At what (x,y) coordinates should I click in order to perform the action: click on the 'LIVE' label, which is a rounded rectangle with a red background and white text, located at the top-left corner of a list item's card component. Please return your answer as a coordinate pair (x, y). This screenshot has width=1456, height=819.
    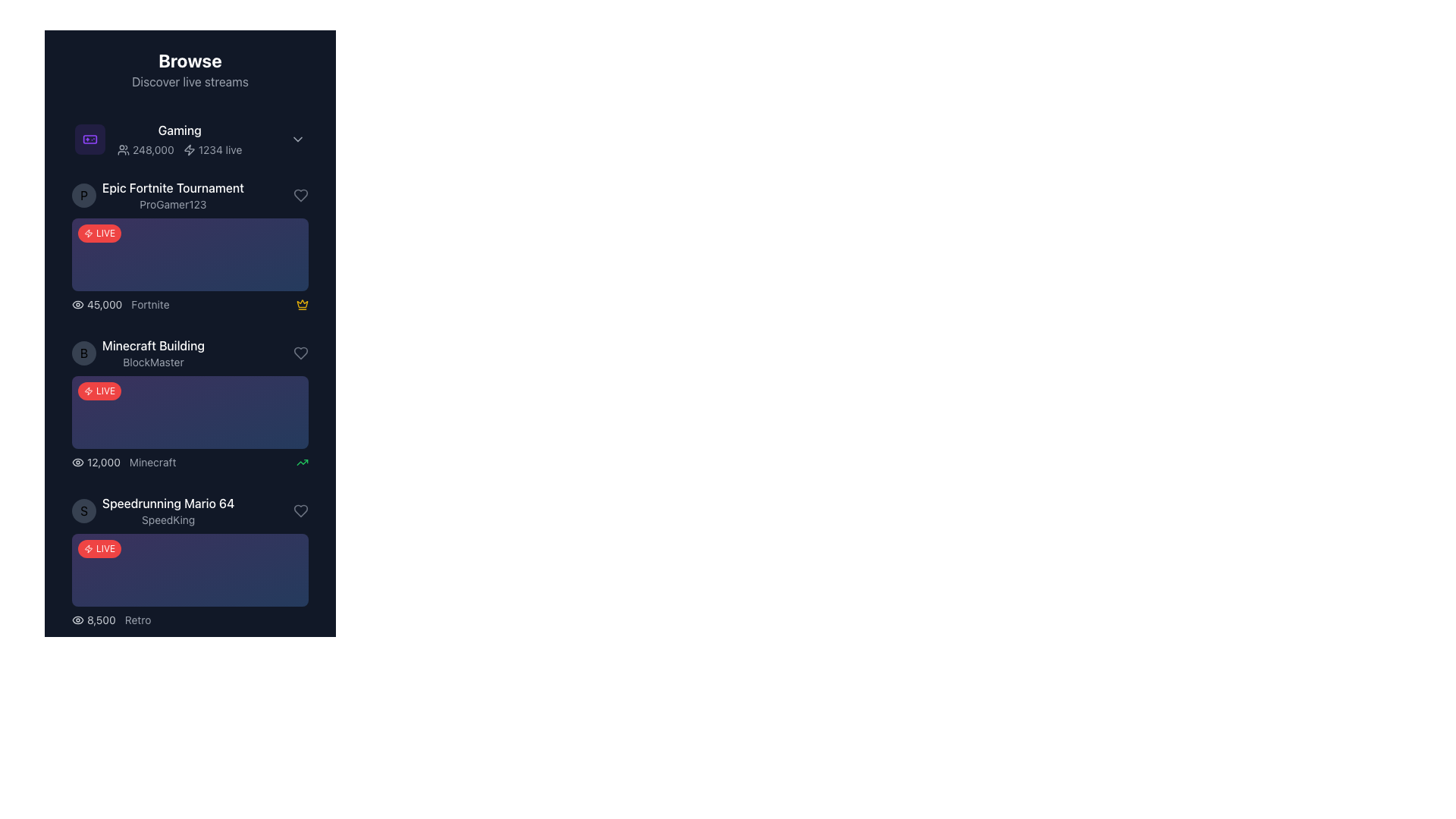
    Looking at the image, I should click on (99, 234).